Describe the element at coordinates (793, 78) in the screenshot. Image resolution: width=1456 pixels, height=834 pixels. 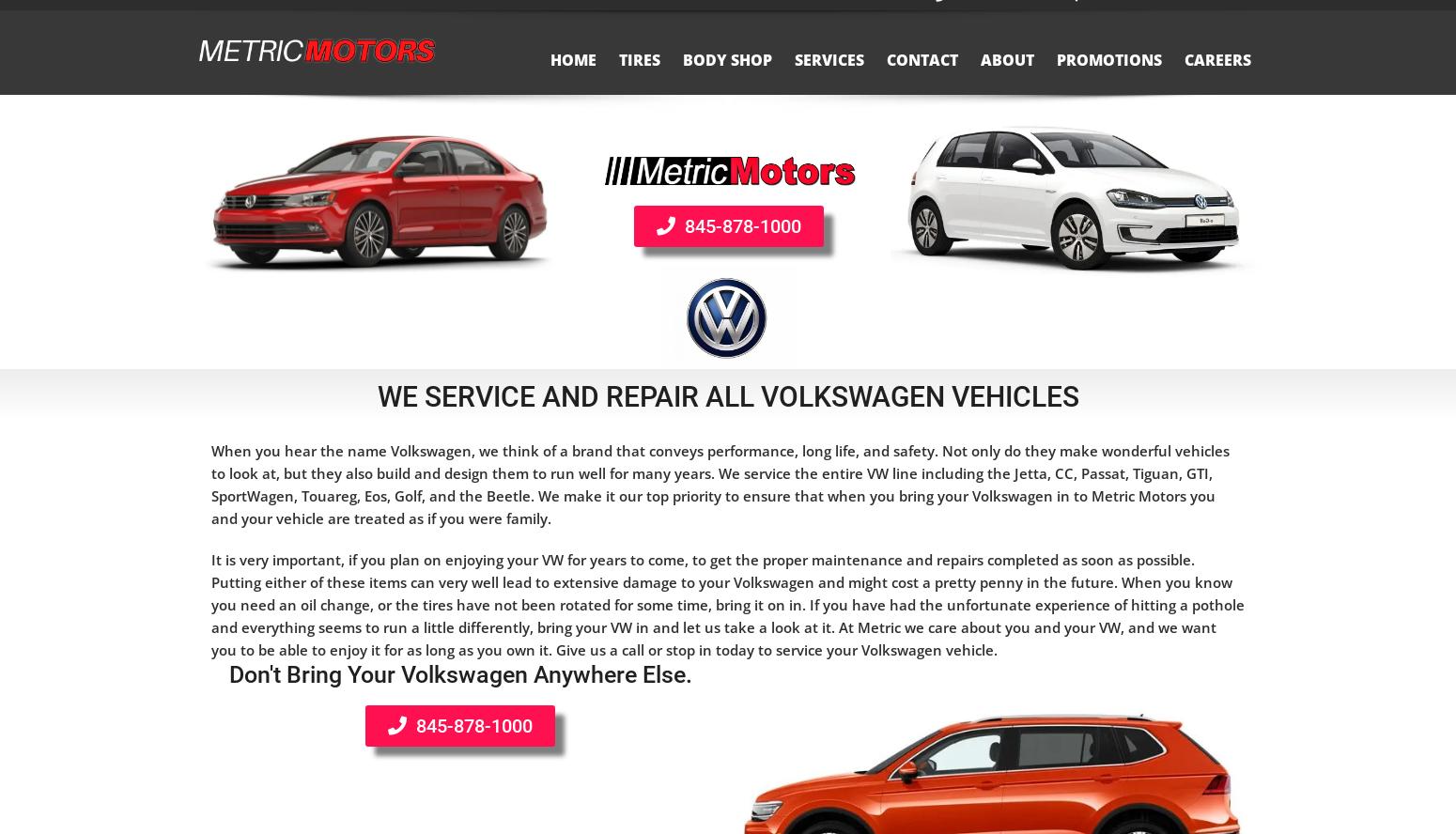
I see `'Services'` at that location.